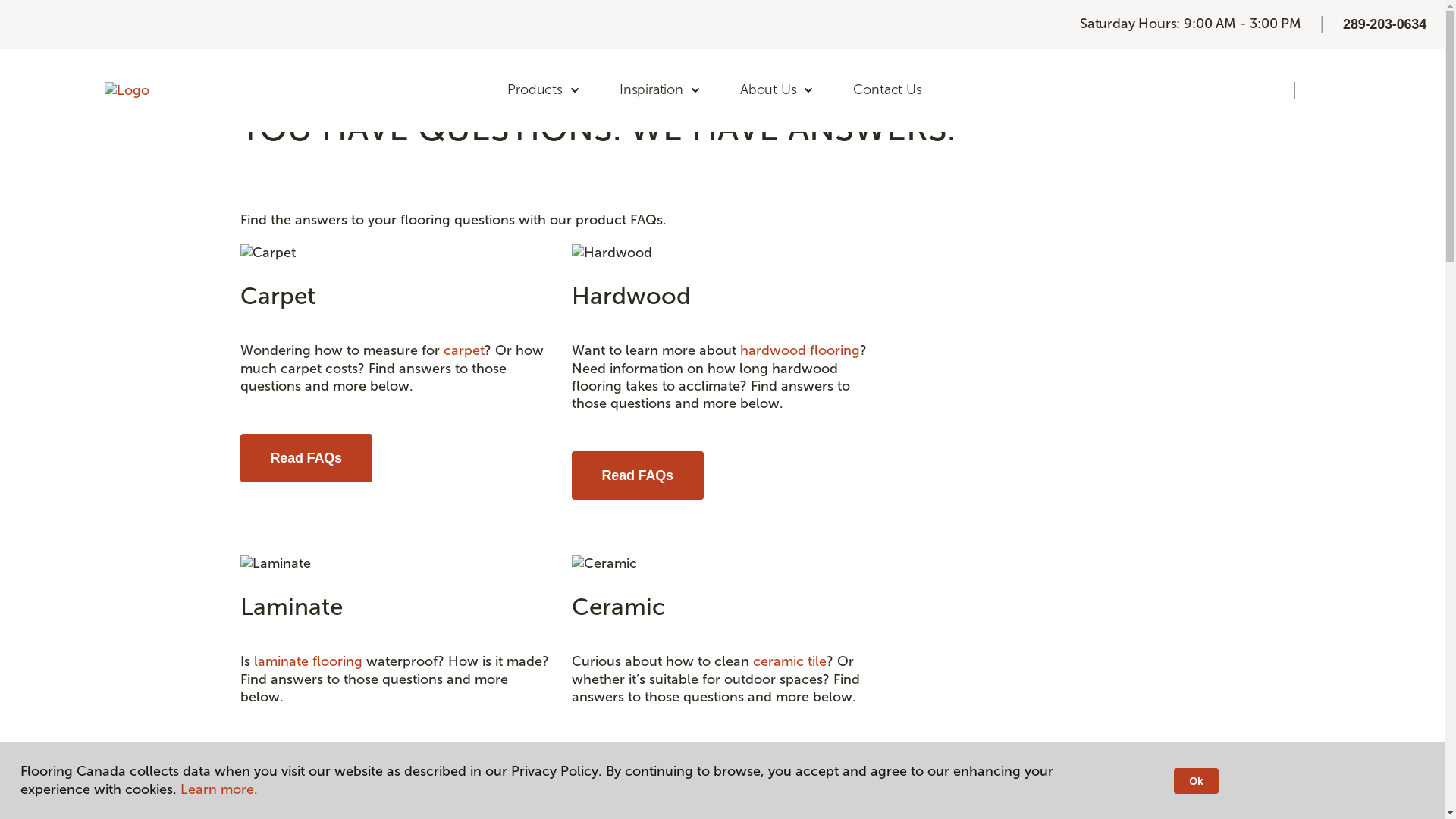  What do you see at coordinates (491, 90) in the screenshot?
I see `'Products'` at bounding box center [491, 90].